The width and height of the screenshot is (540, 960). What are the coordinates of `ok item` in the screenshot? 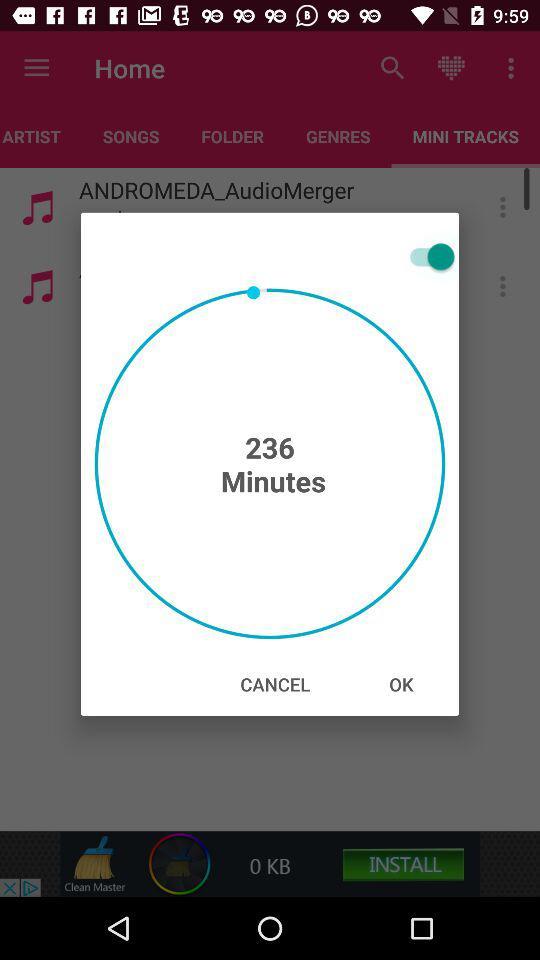 It's located at (401, 684).